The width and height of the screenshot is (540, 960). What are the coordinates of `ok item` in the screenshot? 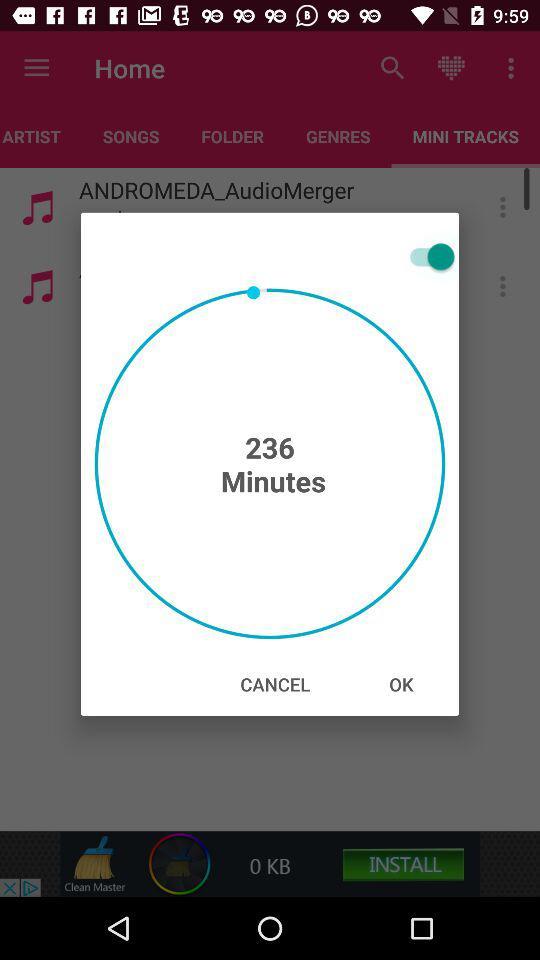 It's located at (401, 684).